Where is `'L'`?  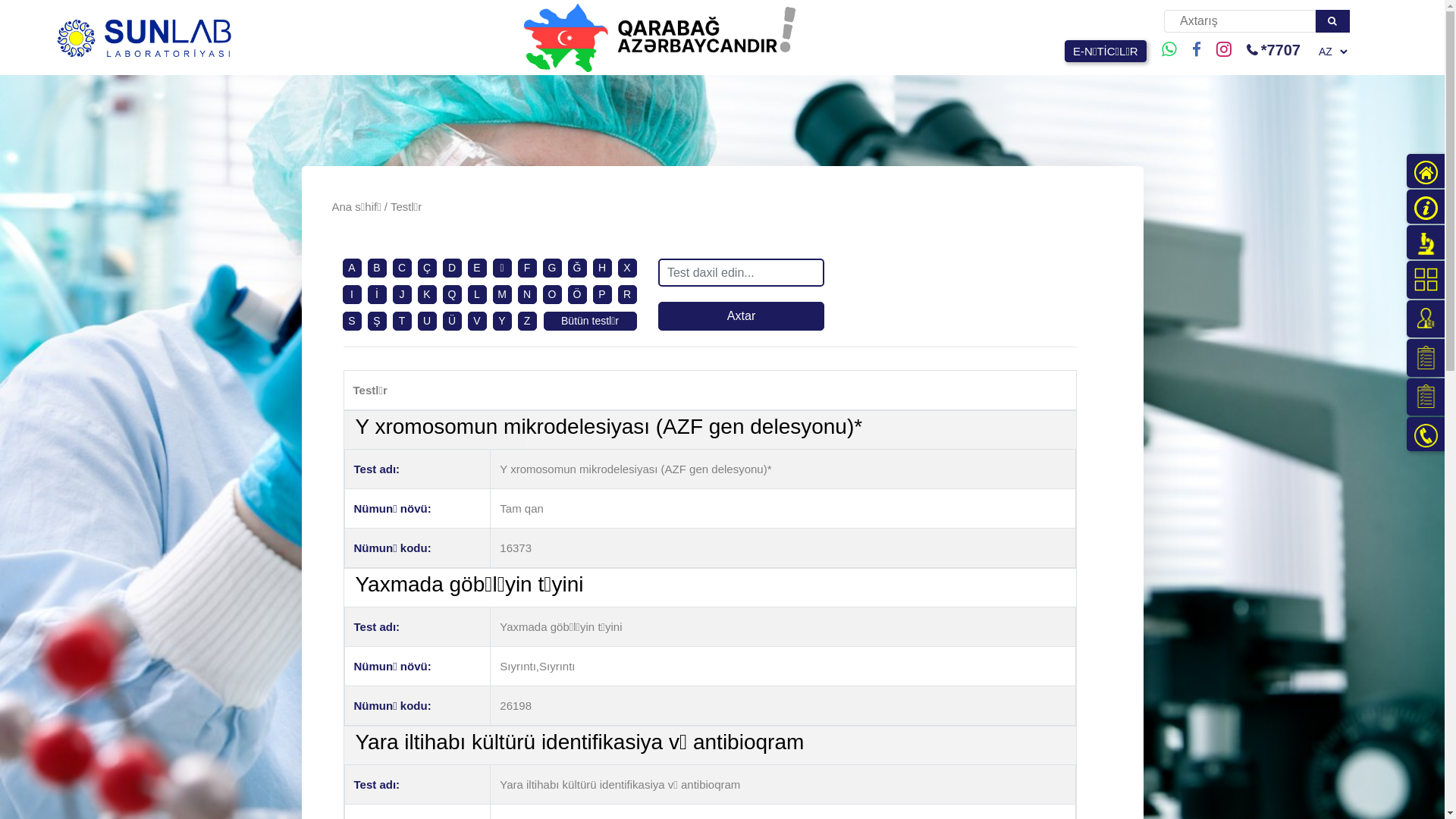 'L' is located at coordinates (472, 294).